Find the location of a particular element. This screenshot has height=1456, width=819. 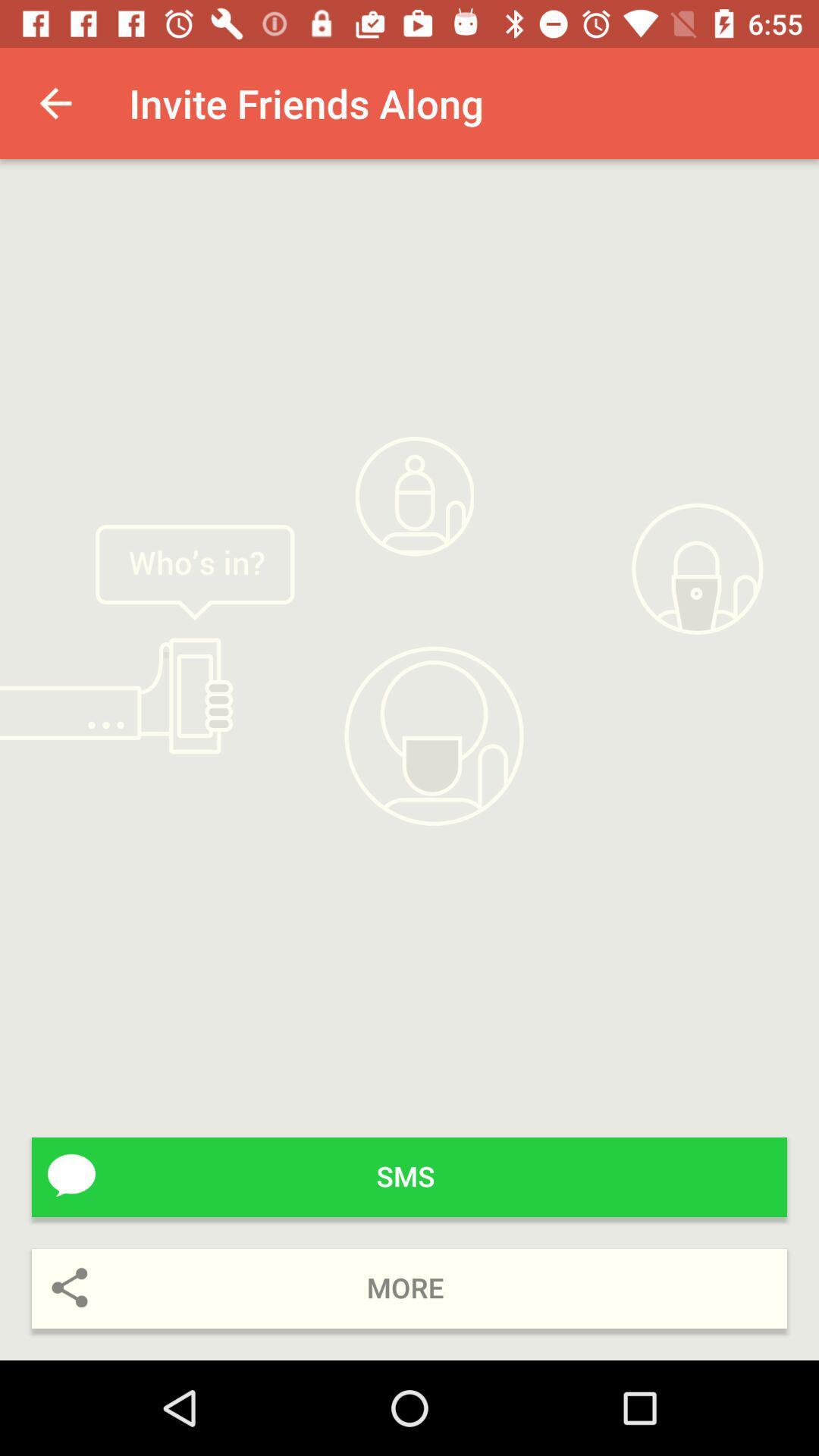

the icon at the top left corner is located at coordinates (55, 102).